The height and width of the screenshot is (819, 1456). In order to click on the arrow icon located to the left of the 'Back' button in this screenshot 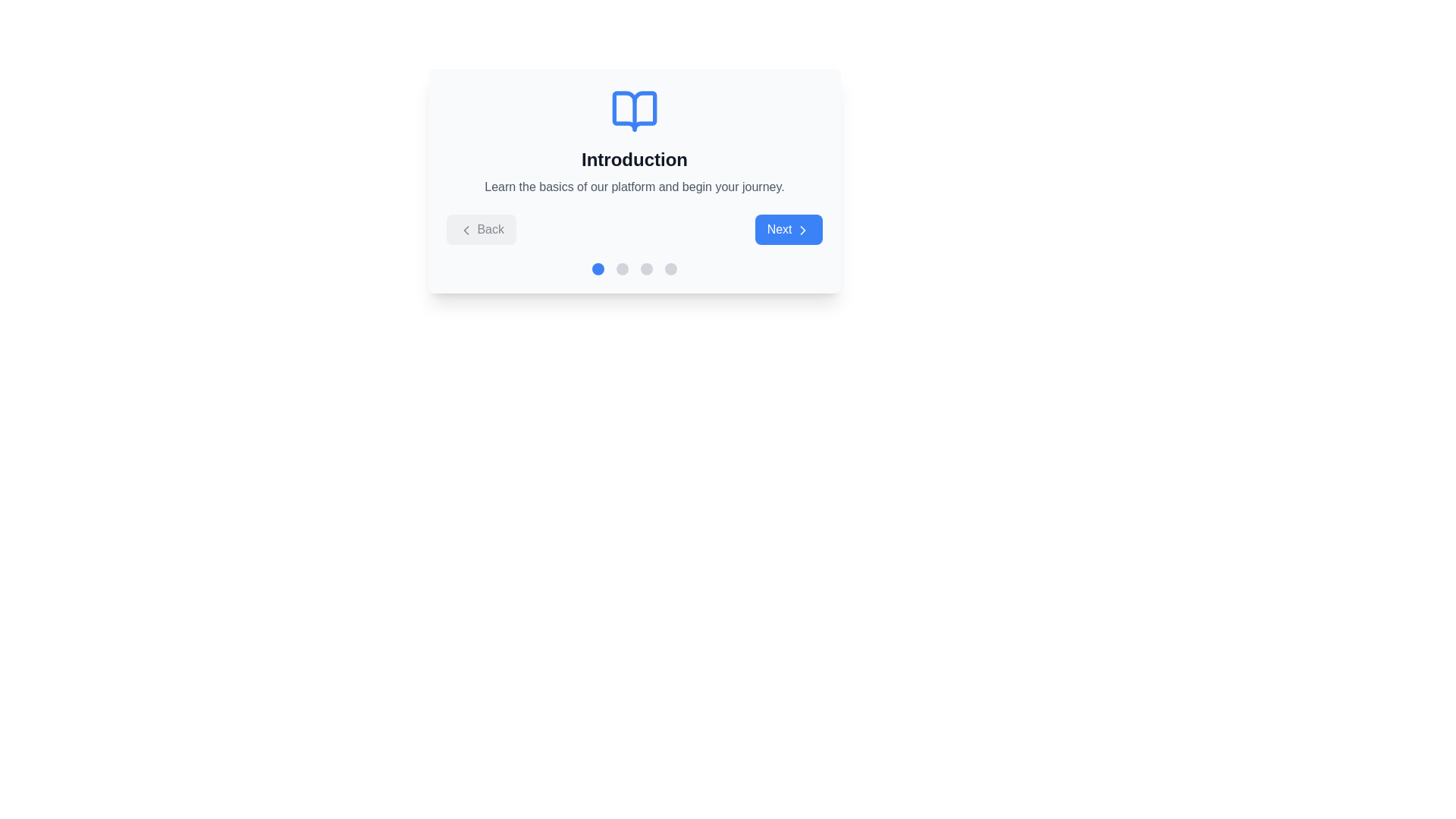, I will do `click(465, 230)`.